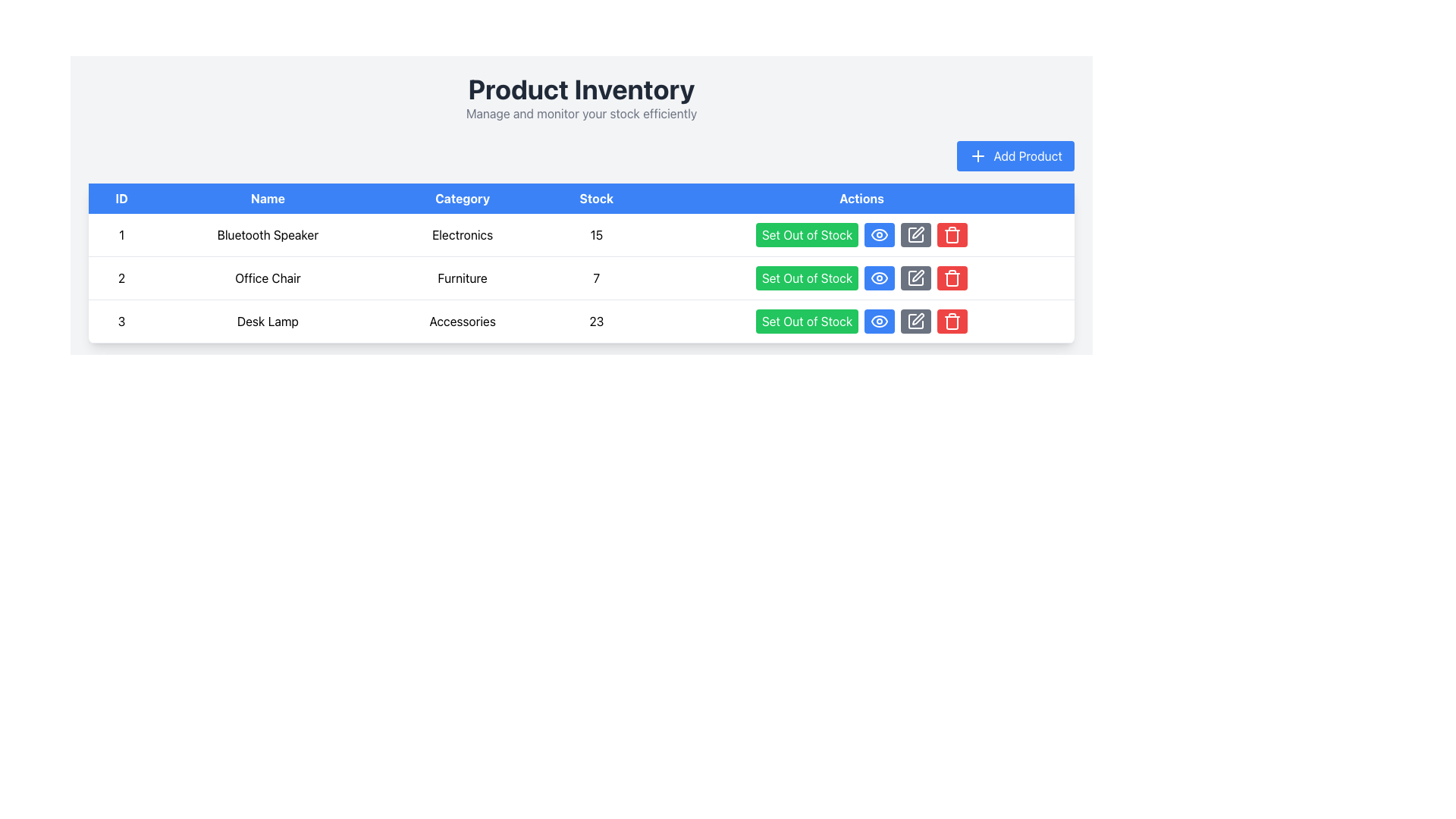 The image size is (1456, 819). I want to click on the Text Label containing 'Bluetooth Speaker' in the second column of the first row of the table structure, so click(268, 235).